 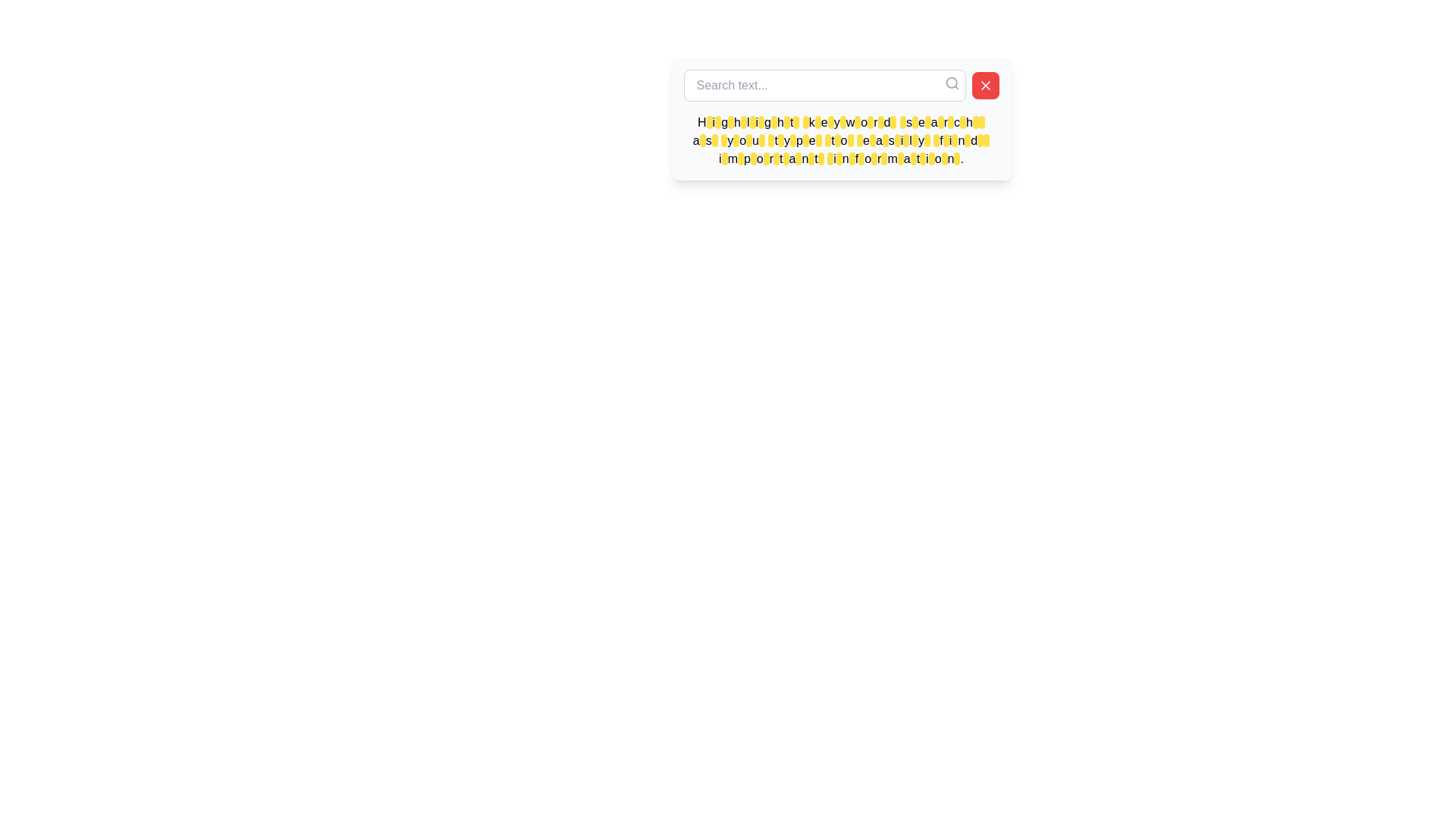 What do you see at coordinates (945, 140) in the screenshot?
I see `the 23rd yellow-highlighted rectangular area in the text block that explains keyword highlighting` at bounding box center [945, 140].